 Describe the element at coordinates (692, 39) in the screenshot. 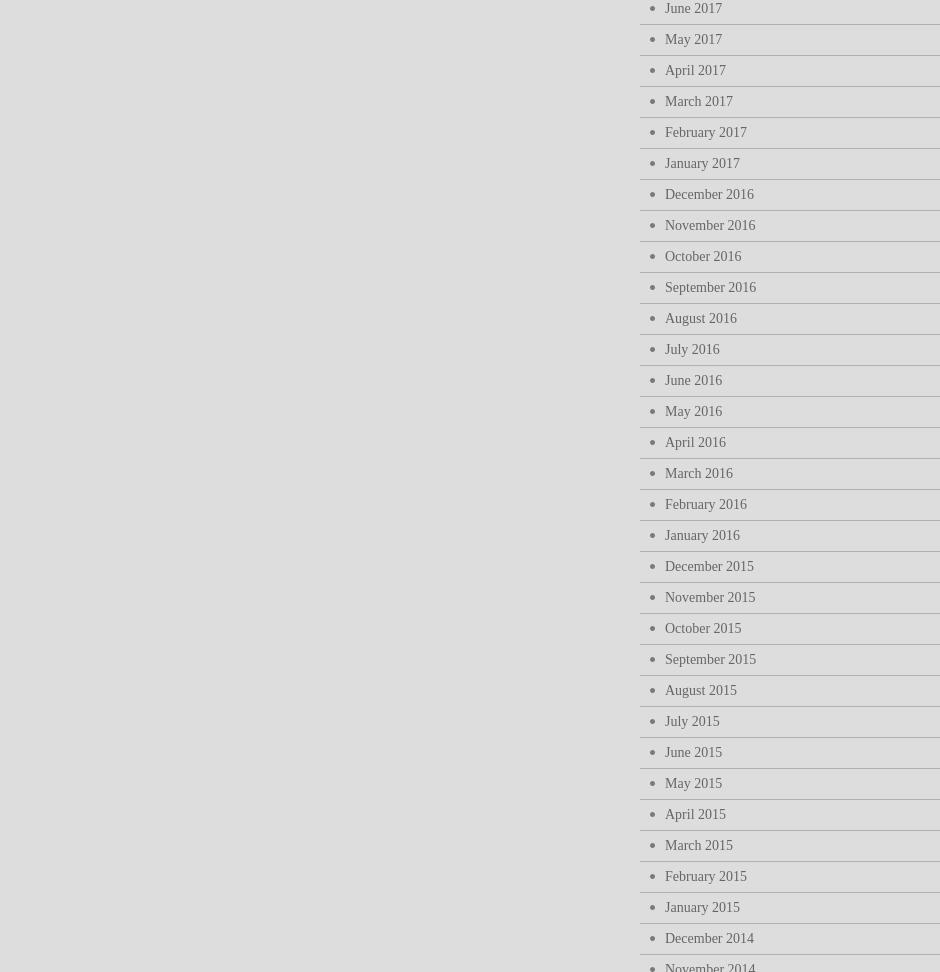

I see `'May 2017'` at that location.